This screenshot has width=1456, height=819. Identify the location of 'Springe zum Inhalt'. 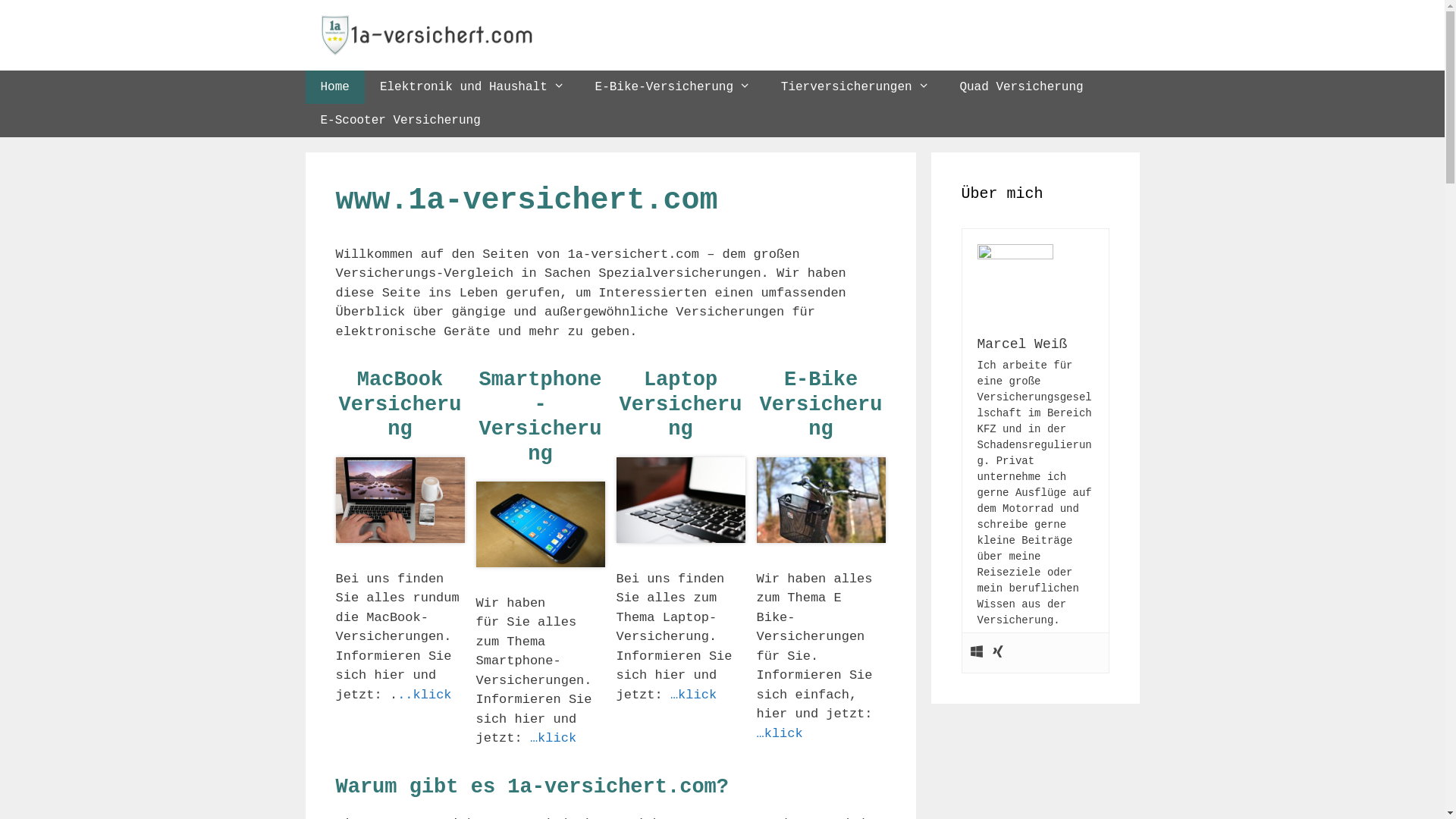
(0, 0).